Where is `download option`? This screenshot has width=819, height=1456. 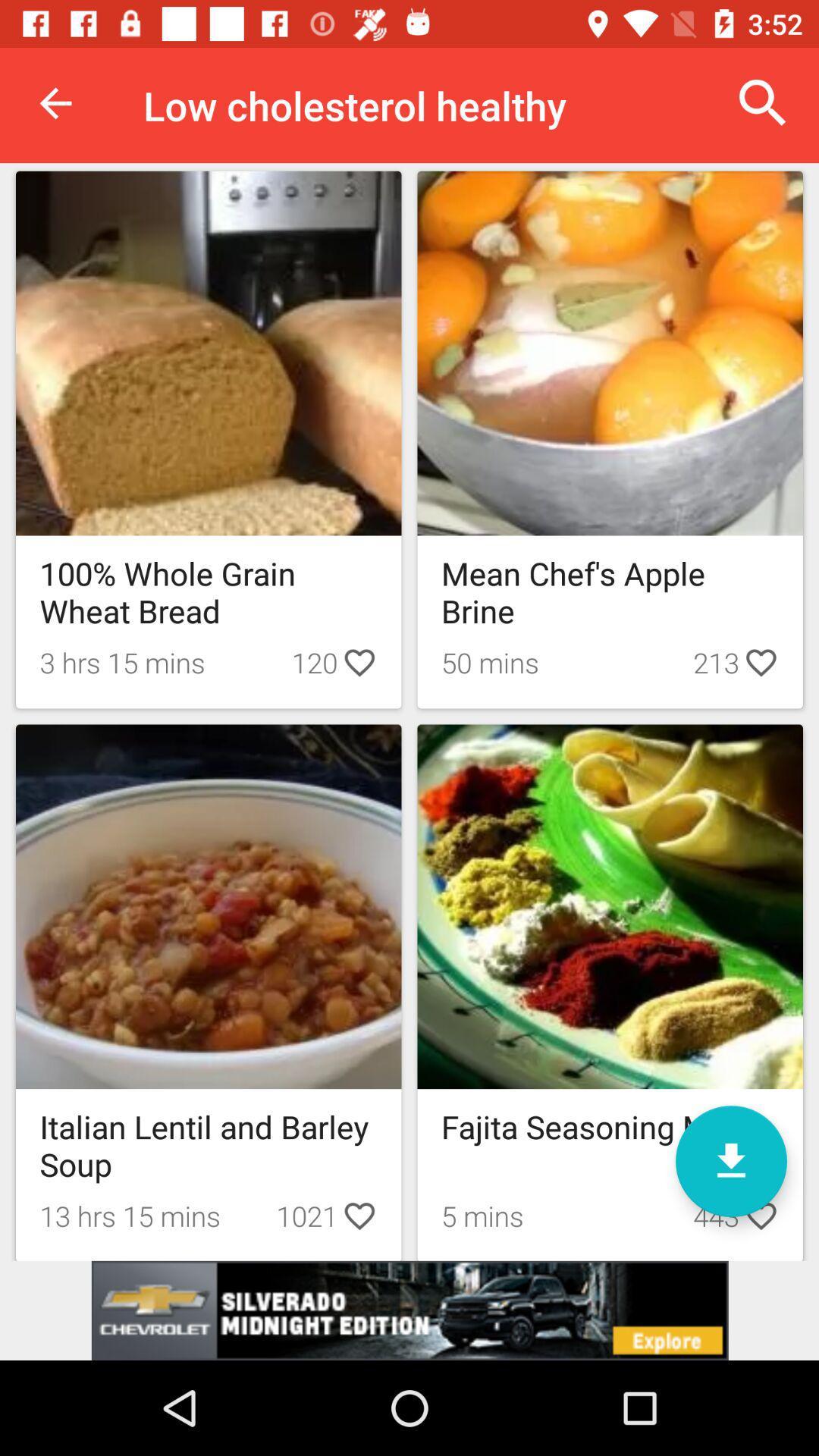
download option is located at coordinates (730, 1160).